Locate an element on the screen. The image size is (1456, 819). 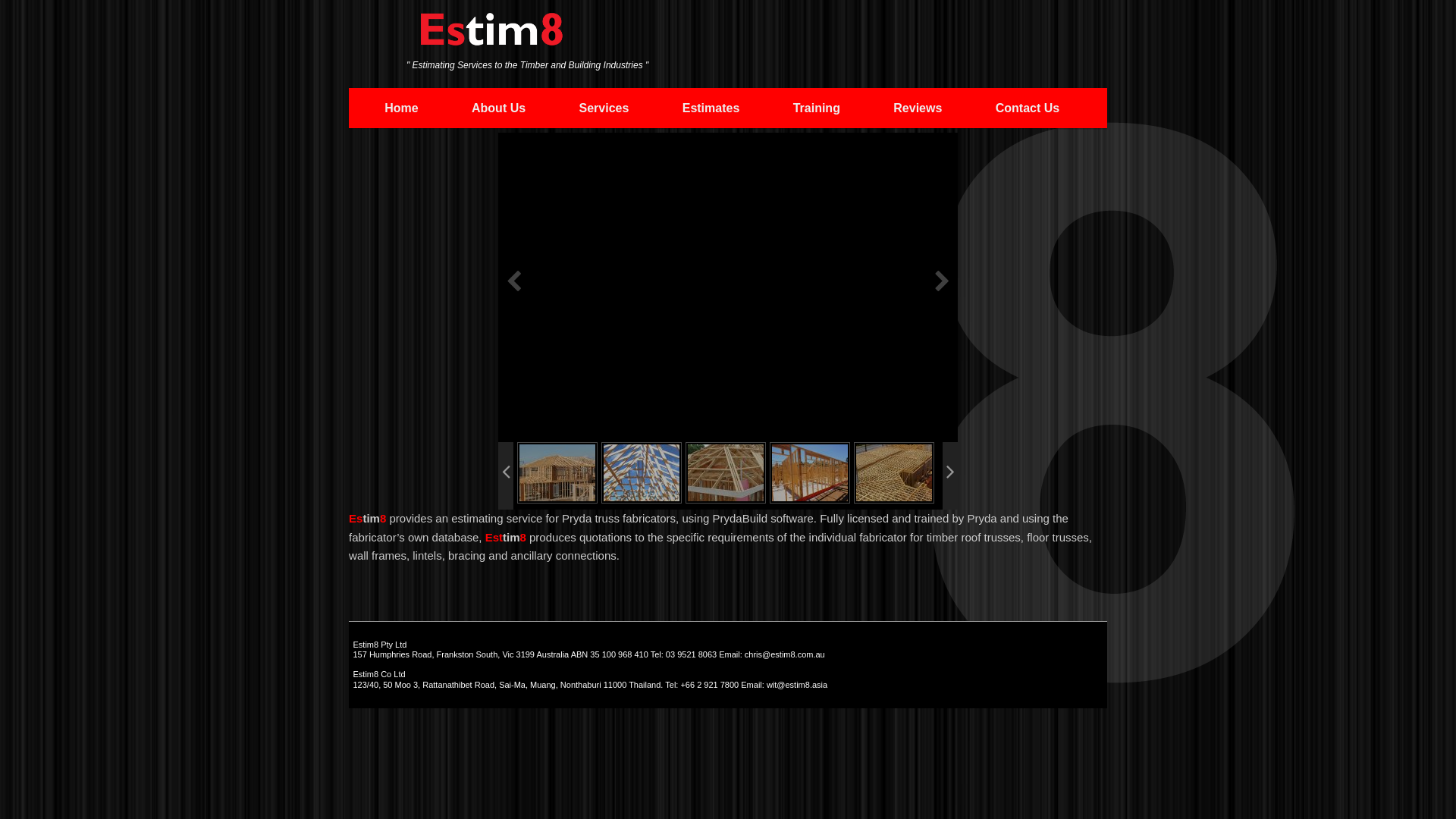
'Slide Right' is located at coordinates (949, 475).